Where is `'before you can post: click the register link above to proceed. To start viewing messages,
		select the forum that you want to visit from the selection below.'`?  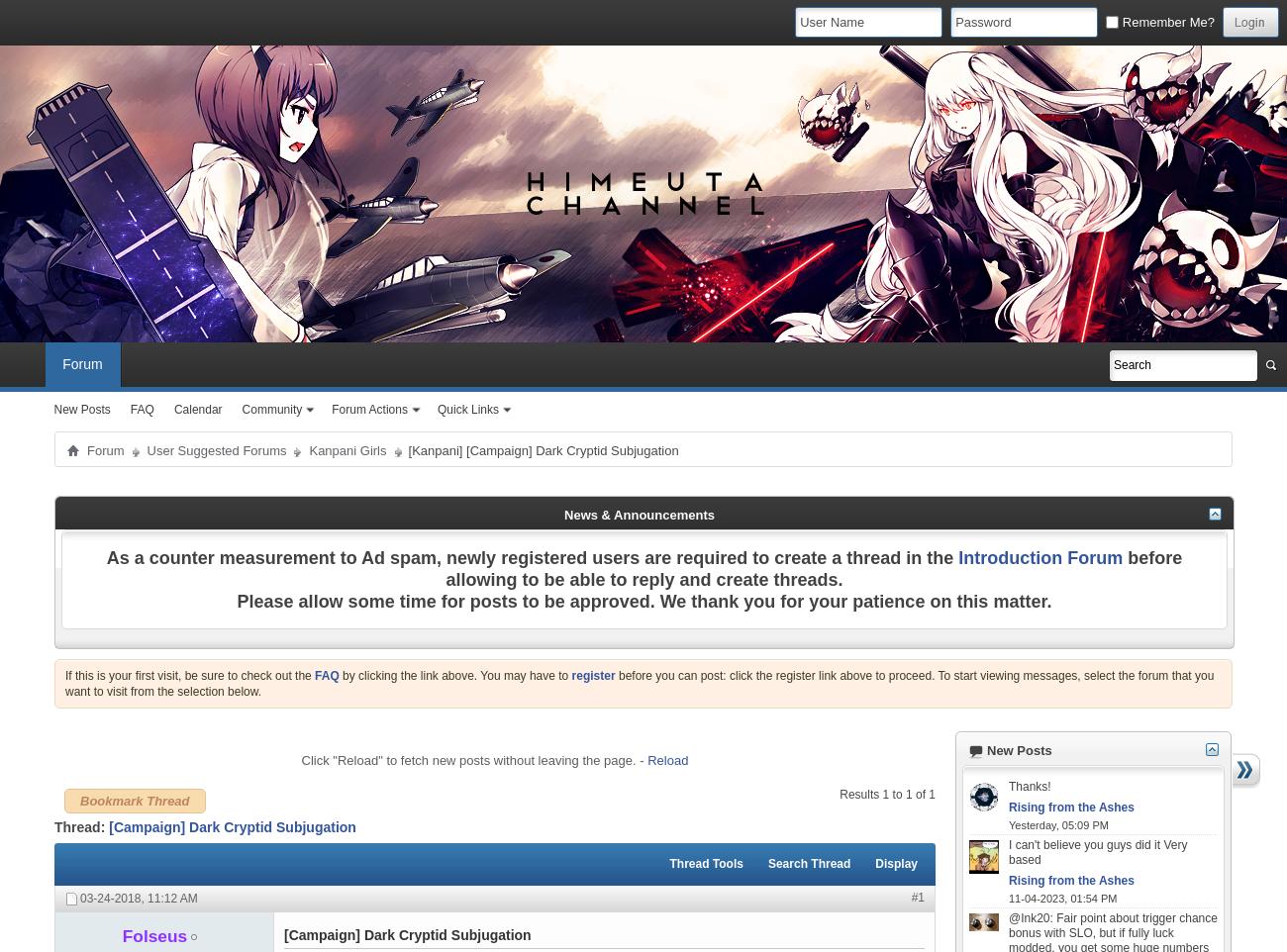 'before you can post: click the register link above to proceed. To start viewing messages,
		select the forum that you want to visit from the selection below.' is located at coordinates (639, 683).